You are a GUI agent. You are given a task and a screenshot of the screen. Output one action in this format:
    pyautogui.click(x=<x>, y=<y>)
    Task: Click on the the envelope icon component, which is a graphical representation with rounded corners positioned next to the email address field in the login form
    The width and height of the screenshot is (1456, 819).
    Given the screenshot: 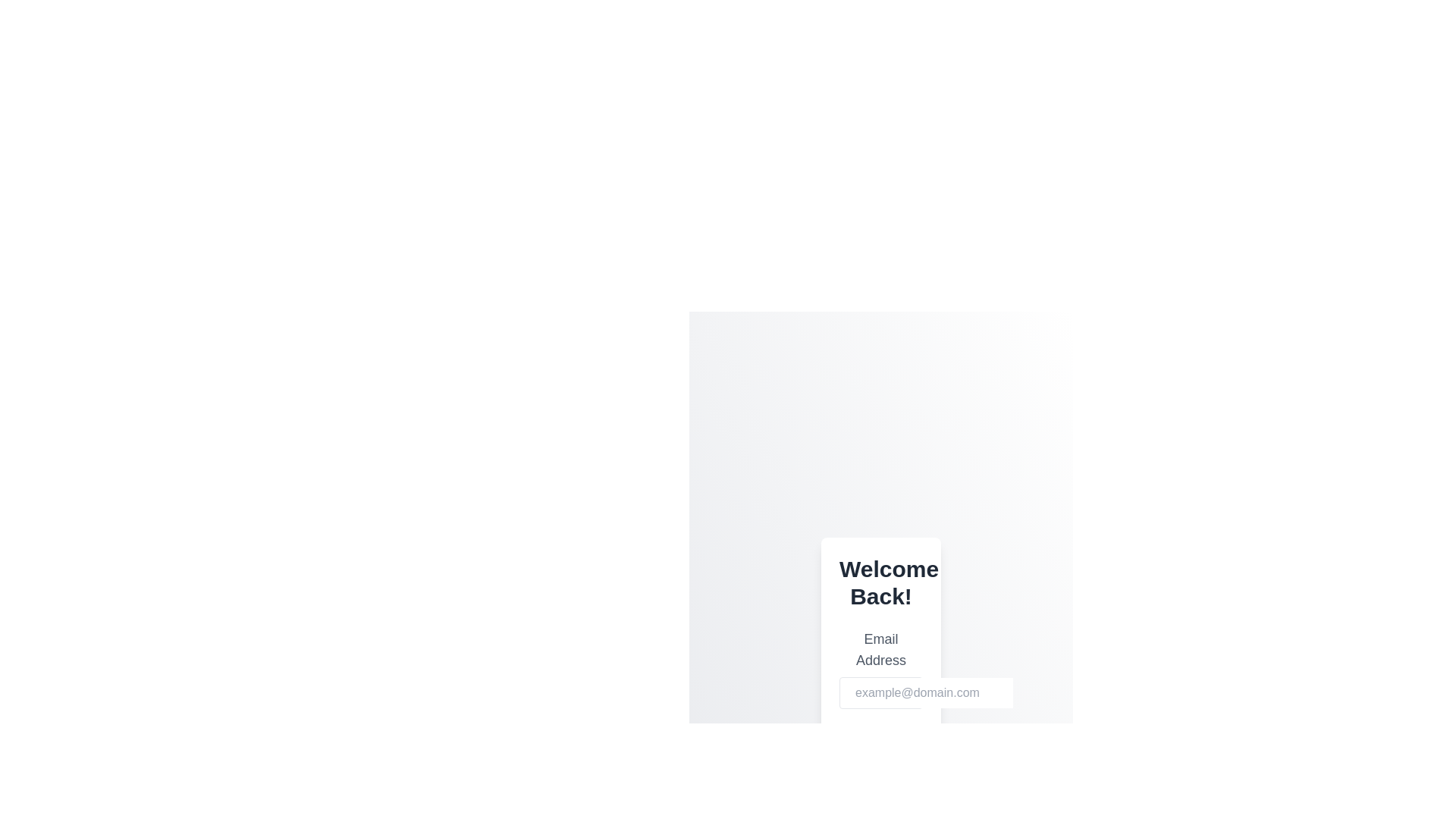 What is the action you would take?
    pyautogui.click(x=858, y=694)
    